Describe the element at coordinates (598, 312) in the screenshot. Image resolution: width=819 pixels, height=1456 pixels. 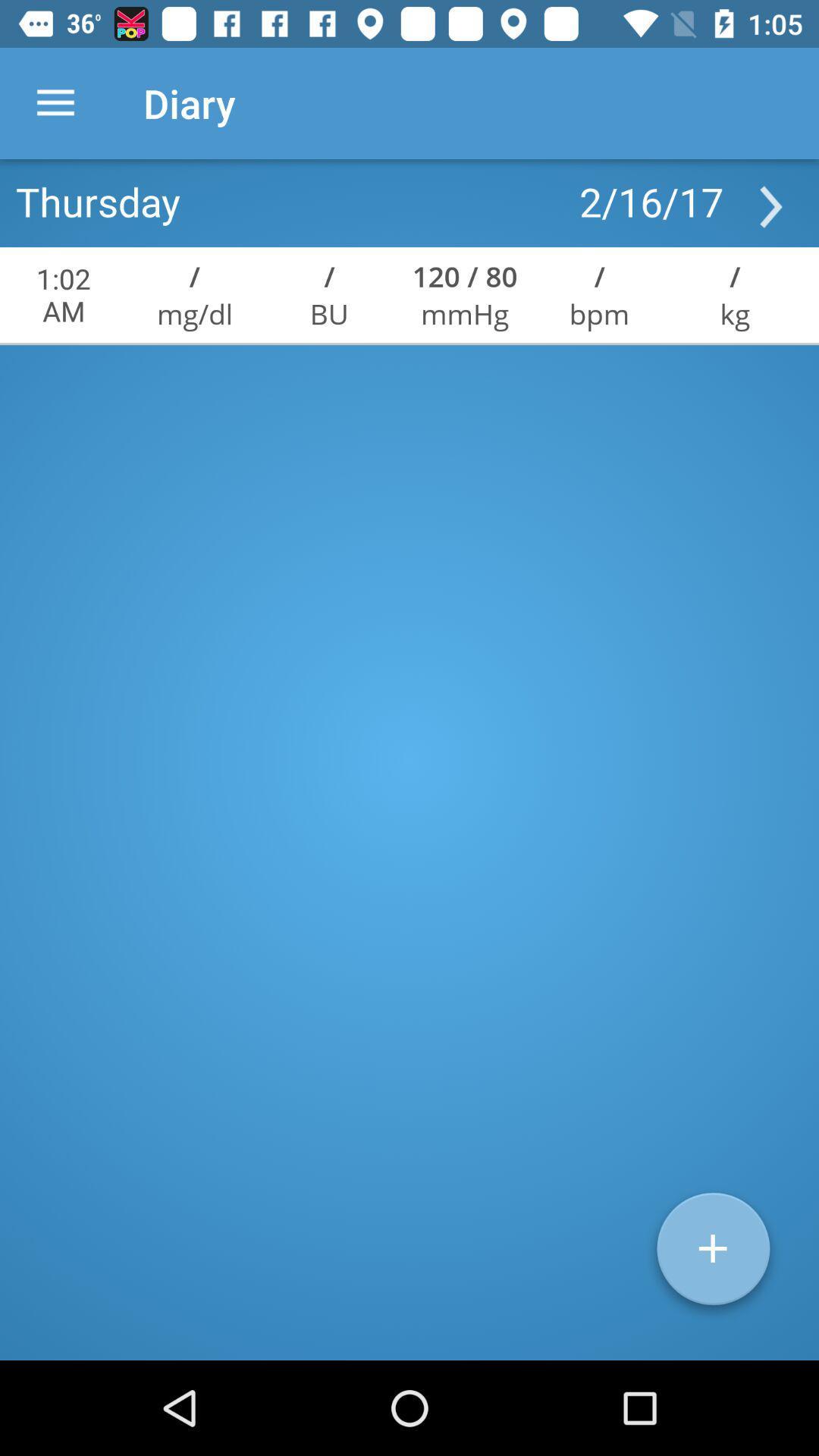
I see `the icon to the left of the kg item` at that location.